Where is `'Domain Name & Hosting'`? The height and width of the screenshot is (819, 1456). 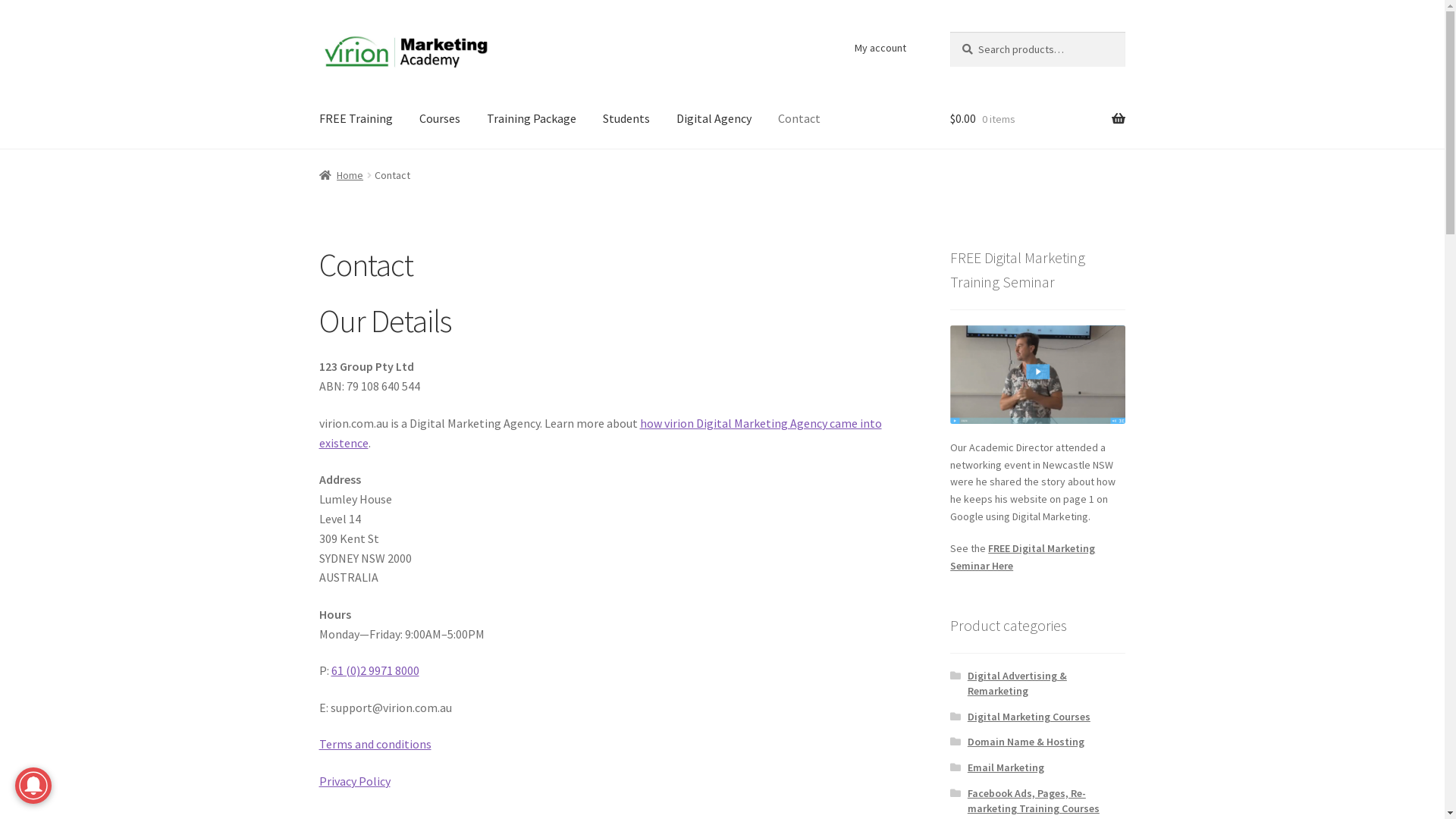 'Domain Name & Hosting' is located at coordinates (1026, 741).